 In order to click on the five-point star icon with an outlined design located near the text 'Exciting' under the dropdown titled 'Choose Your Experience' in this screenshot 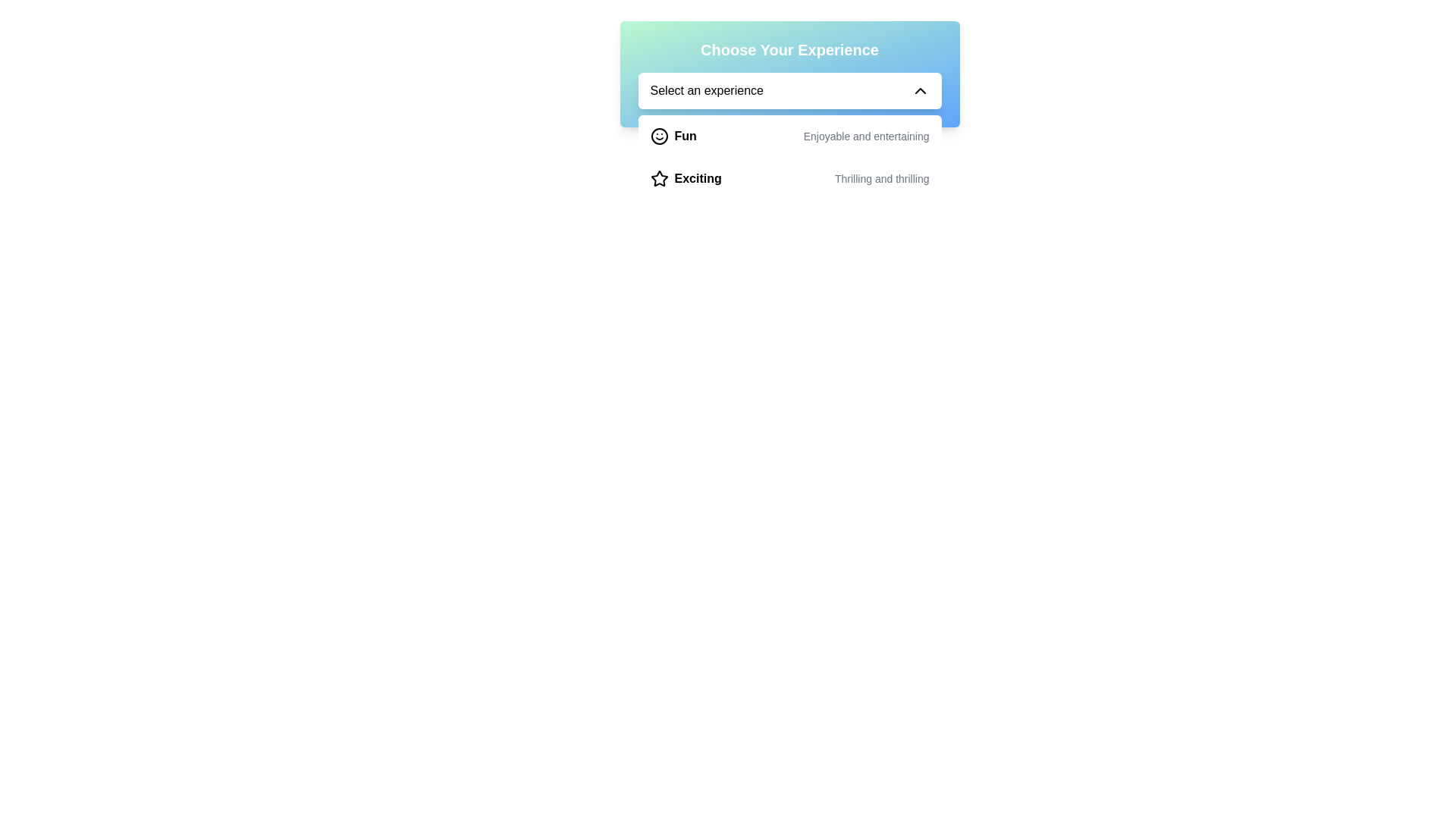, I will do `click(659, 177)`.